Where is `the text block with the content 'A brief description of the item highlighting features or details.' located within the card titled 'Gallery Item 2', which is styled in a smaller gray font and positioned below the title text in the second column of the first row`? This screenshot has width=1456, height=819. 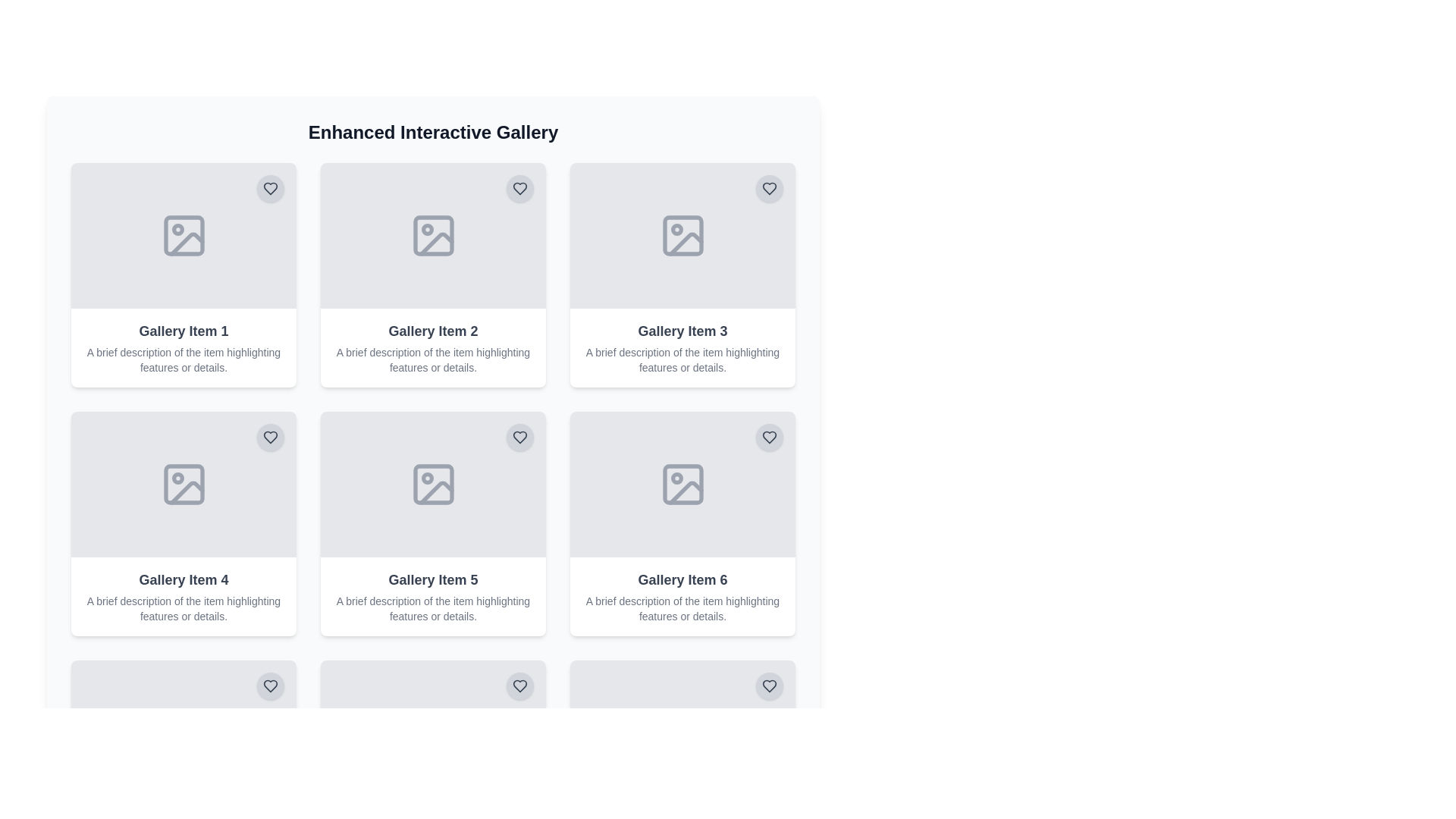 the text block with the content 'A brief description of the item highlighting features or details.' located within the card titled 'Gallery Item 2', which is styled in a smaller gray font and positioned below the title text in the second column of the first row is located at coordinates (432, 359).